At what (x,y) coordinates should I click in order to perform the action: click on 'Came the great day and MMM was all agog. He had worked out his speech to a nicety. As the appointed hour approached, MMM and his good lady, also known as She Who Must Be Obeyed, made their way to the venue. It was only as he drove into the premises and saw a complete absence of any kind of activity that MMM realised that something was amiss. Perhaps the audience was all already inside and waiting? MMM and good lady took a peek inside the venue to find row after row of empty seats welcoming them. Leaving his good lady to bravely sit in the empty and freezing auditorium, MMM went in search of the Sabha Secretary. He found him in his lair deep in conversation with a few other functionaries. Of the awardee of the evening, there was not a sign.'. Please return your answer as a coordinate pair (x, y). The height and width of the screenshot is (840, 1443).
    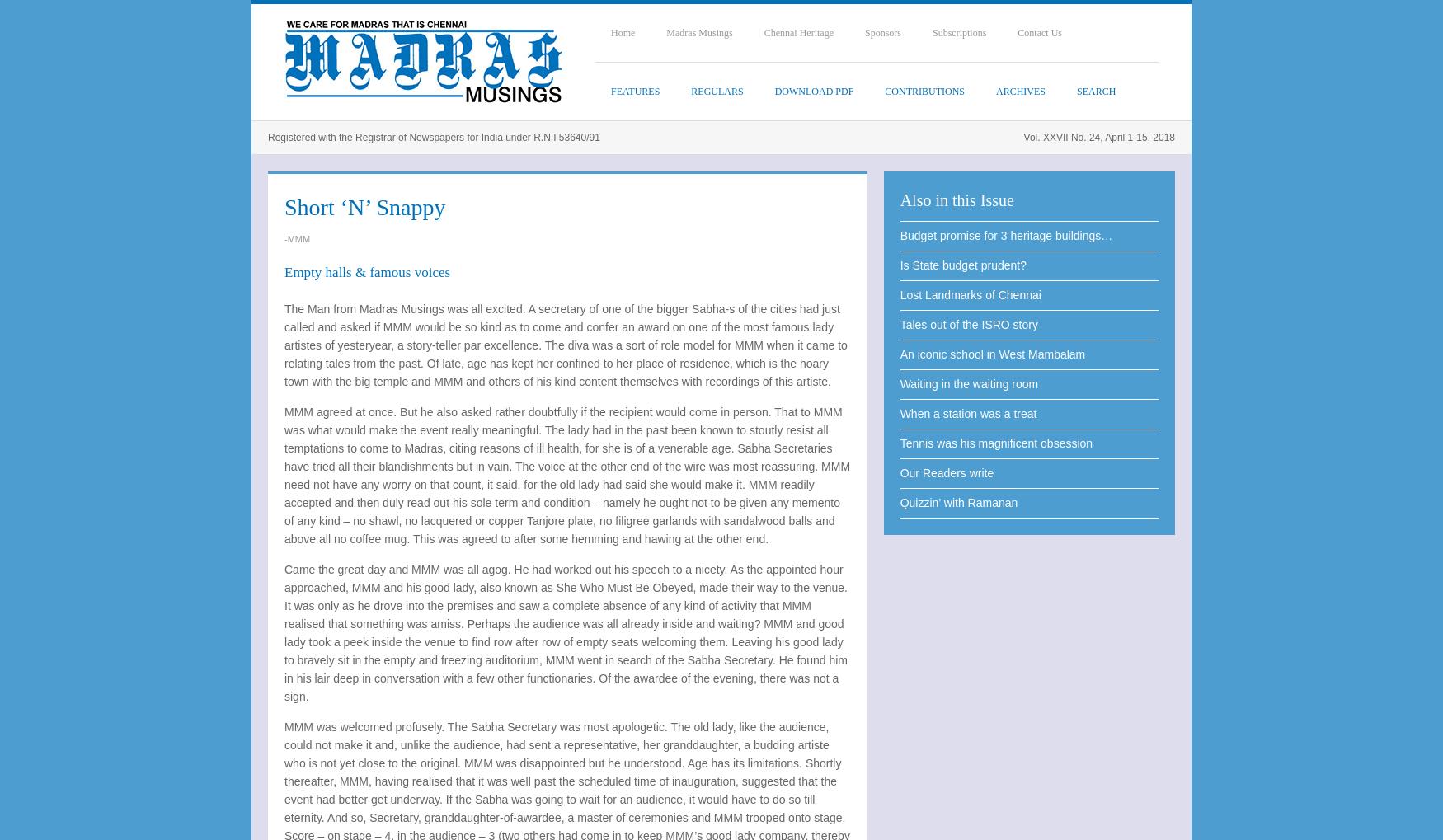
    Looking at the image, I should click on (565, 632).